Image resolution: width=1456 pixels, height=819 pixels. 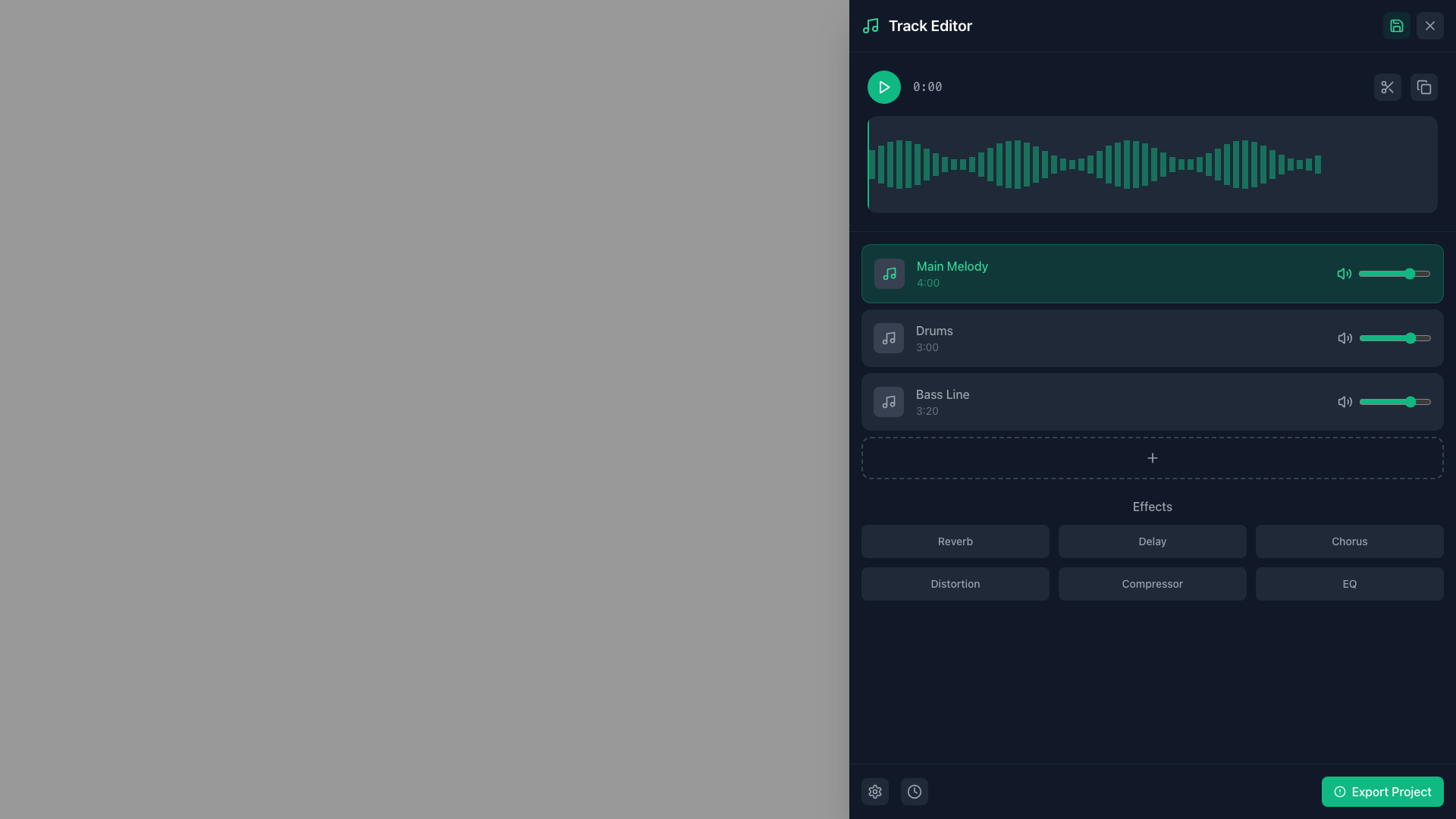 What do you see at coordinates (1350, 540) in the screenshot?
I see `the 'Chorus' effect button, the third button in the first row of the grid layout in the 'Effects' section, to observe visual changes` at bounding box center [1350, 540].